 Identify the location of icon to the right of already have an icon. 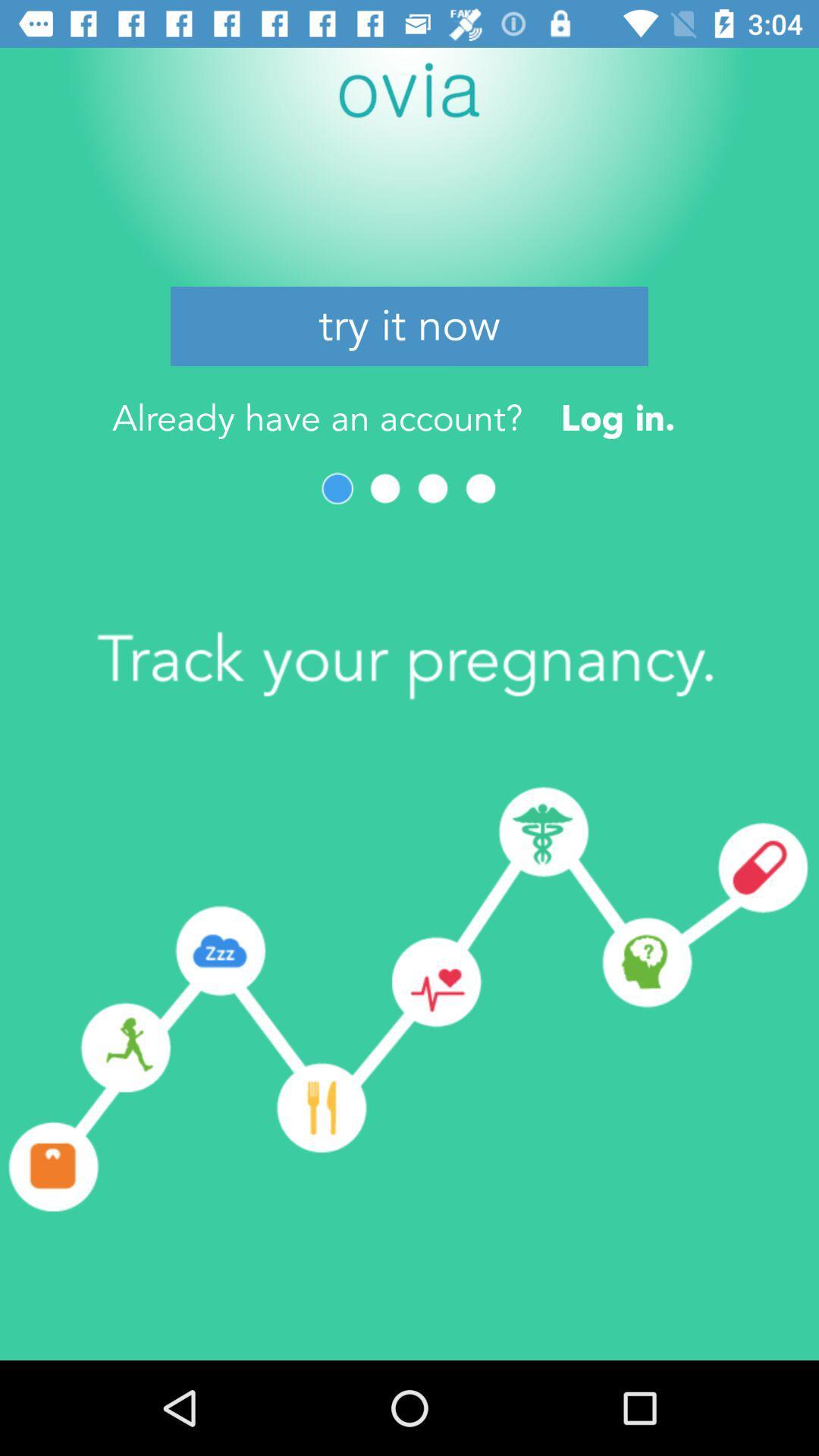
(618, 418).